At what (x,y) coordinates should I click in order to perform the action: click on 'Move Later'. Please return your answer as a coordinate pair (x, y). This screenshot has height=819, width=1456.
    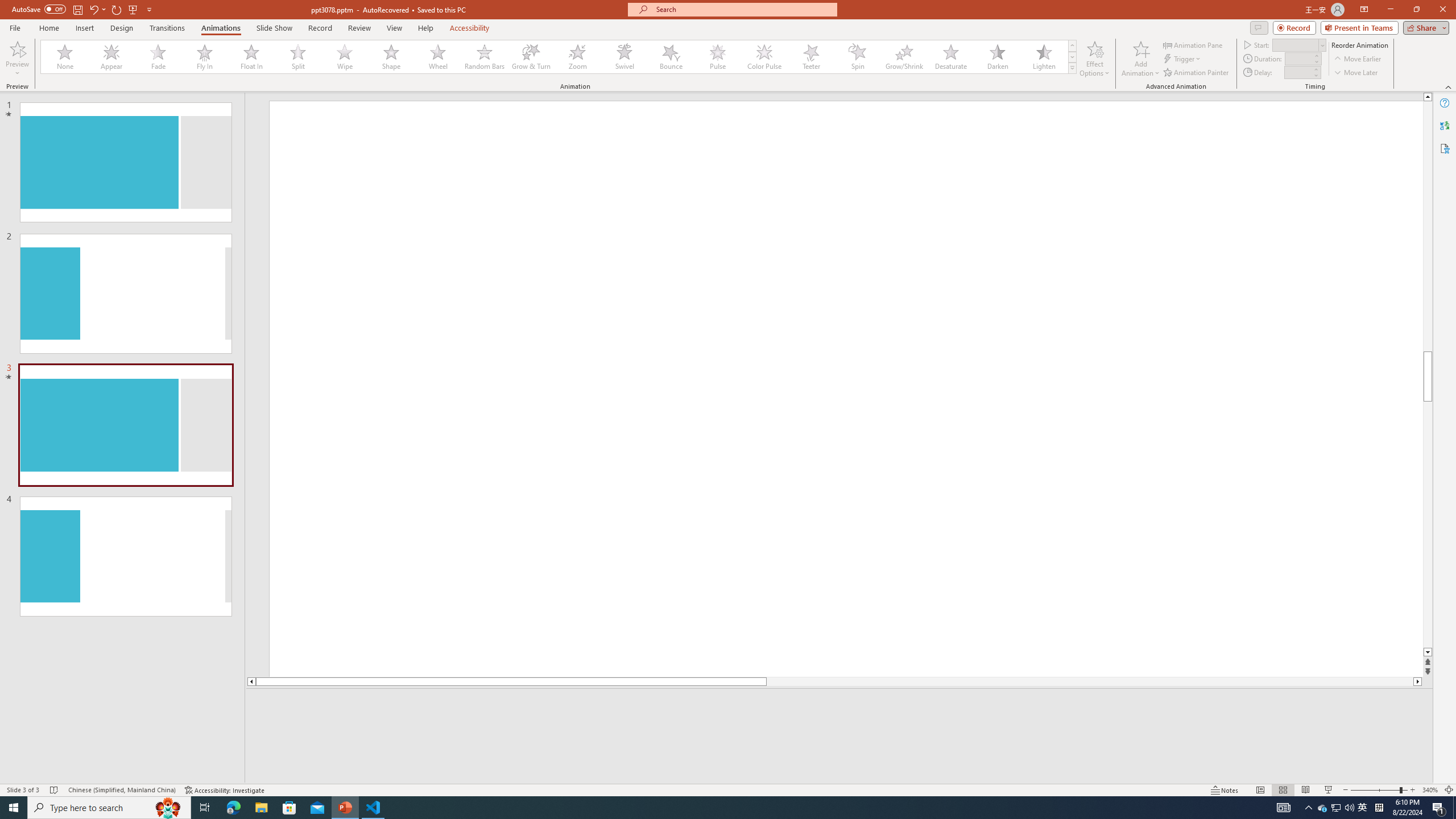
    Looking at the image, I should click on (1356, 72).